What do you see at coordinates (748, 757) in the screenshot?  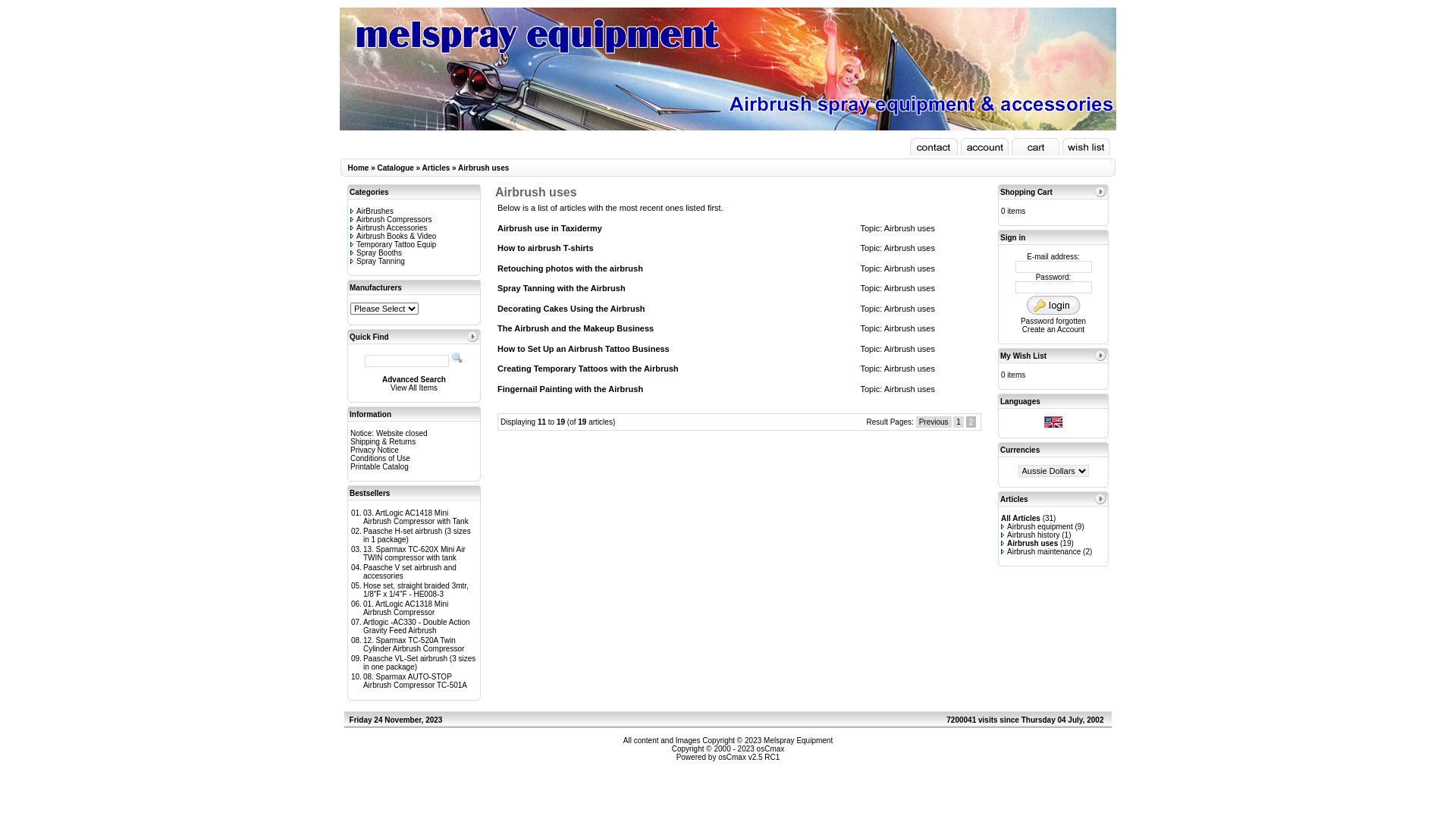 I see `'osCmax v2.5 RC1'` at bounding box center [748, 757].